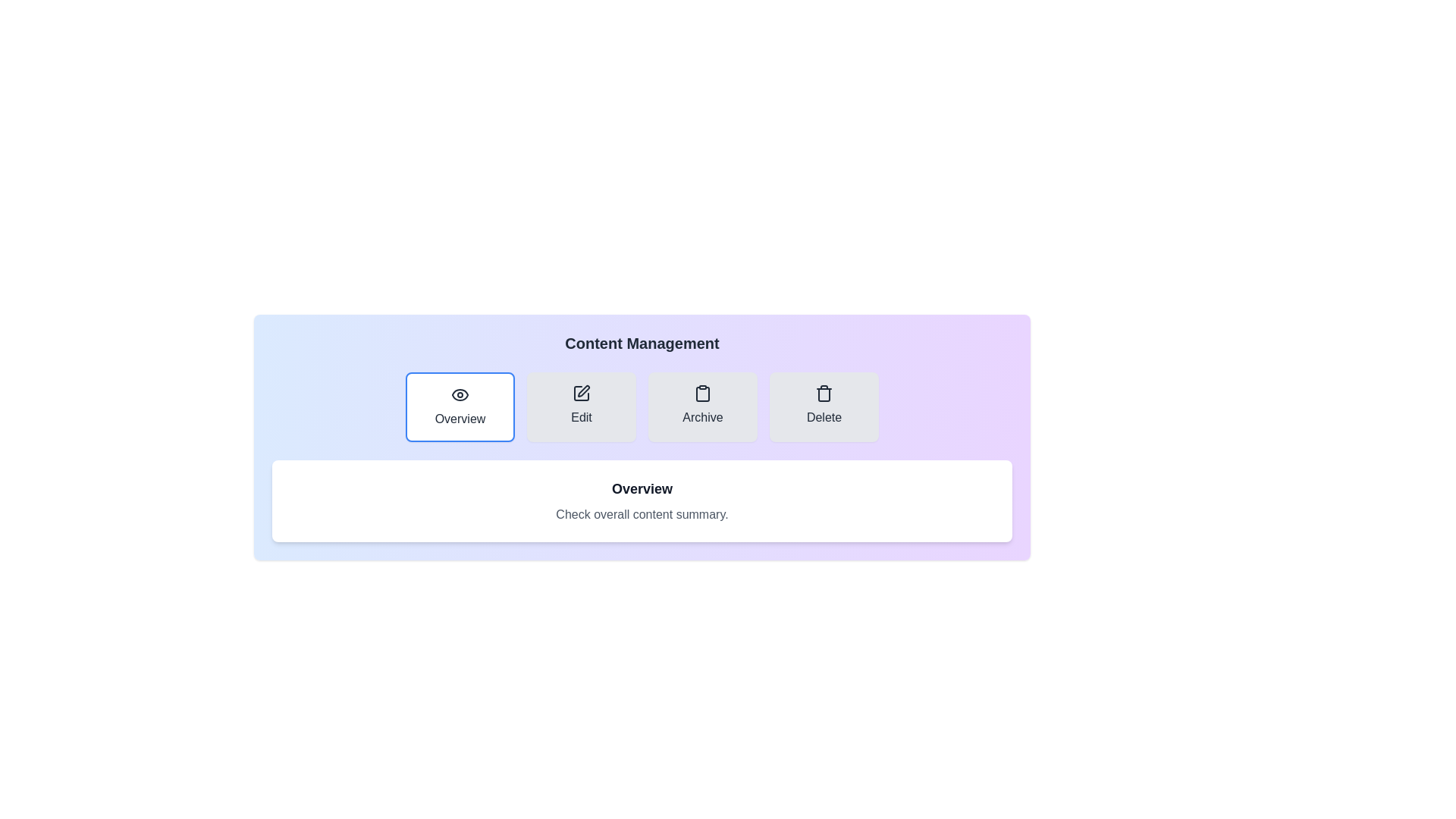  What do you see at coordinates (823, 406) in the screenshot?
I see `the tab labeled Delete to preview its interaction effect` at bounding box center [823, 406].